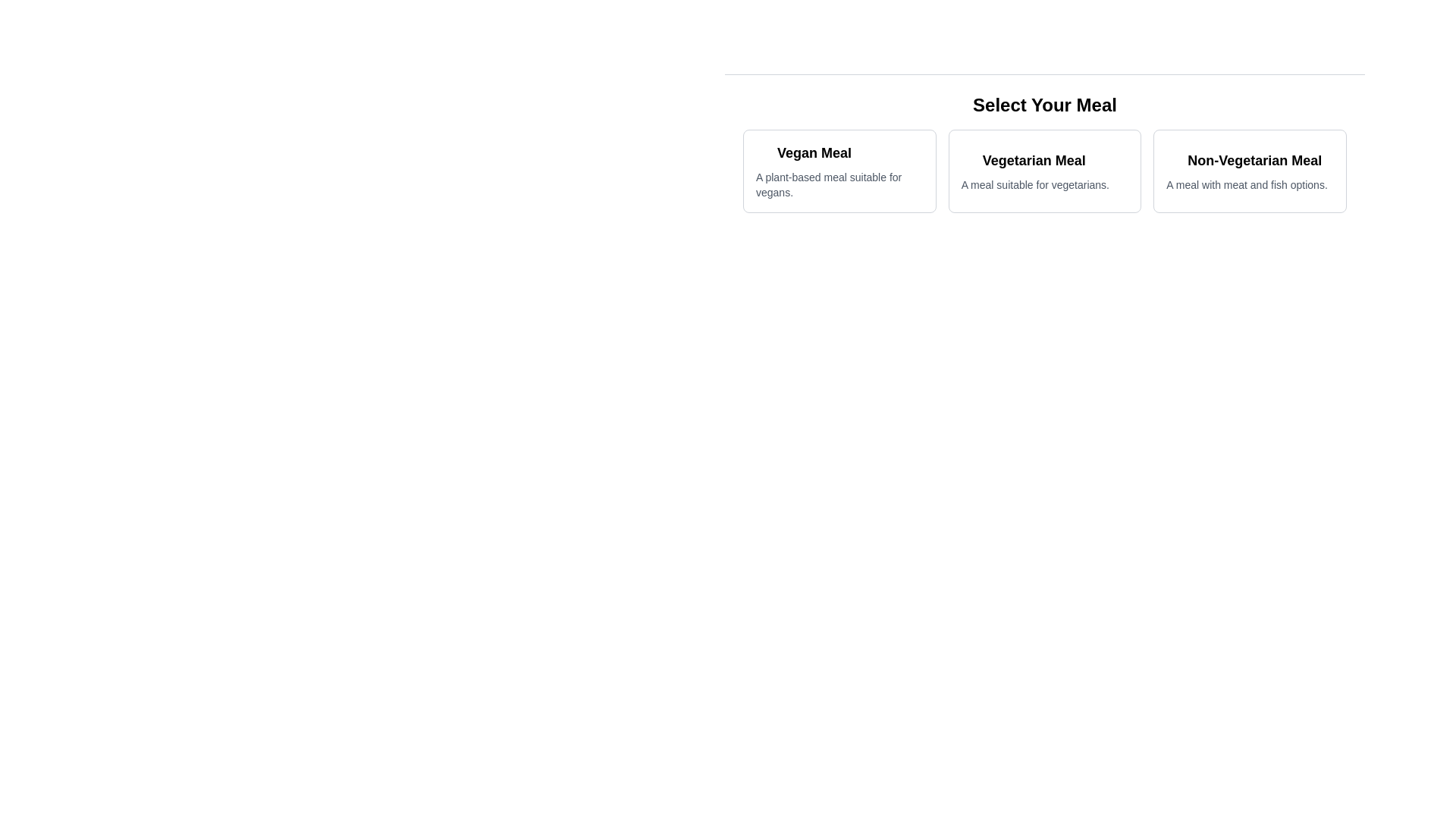  Describe the element at coordinates (1250, 184) in the screenshot. I see `the descriptive text element that provides additional information about the 'Non-Vegetarian Meal' option, located beneath its title in the third box of meal options` at that location.